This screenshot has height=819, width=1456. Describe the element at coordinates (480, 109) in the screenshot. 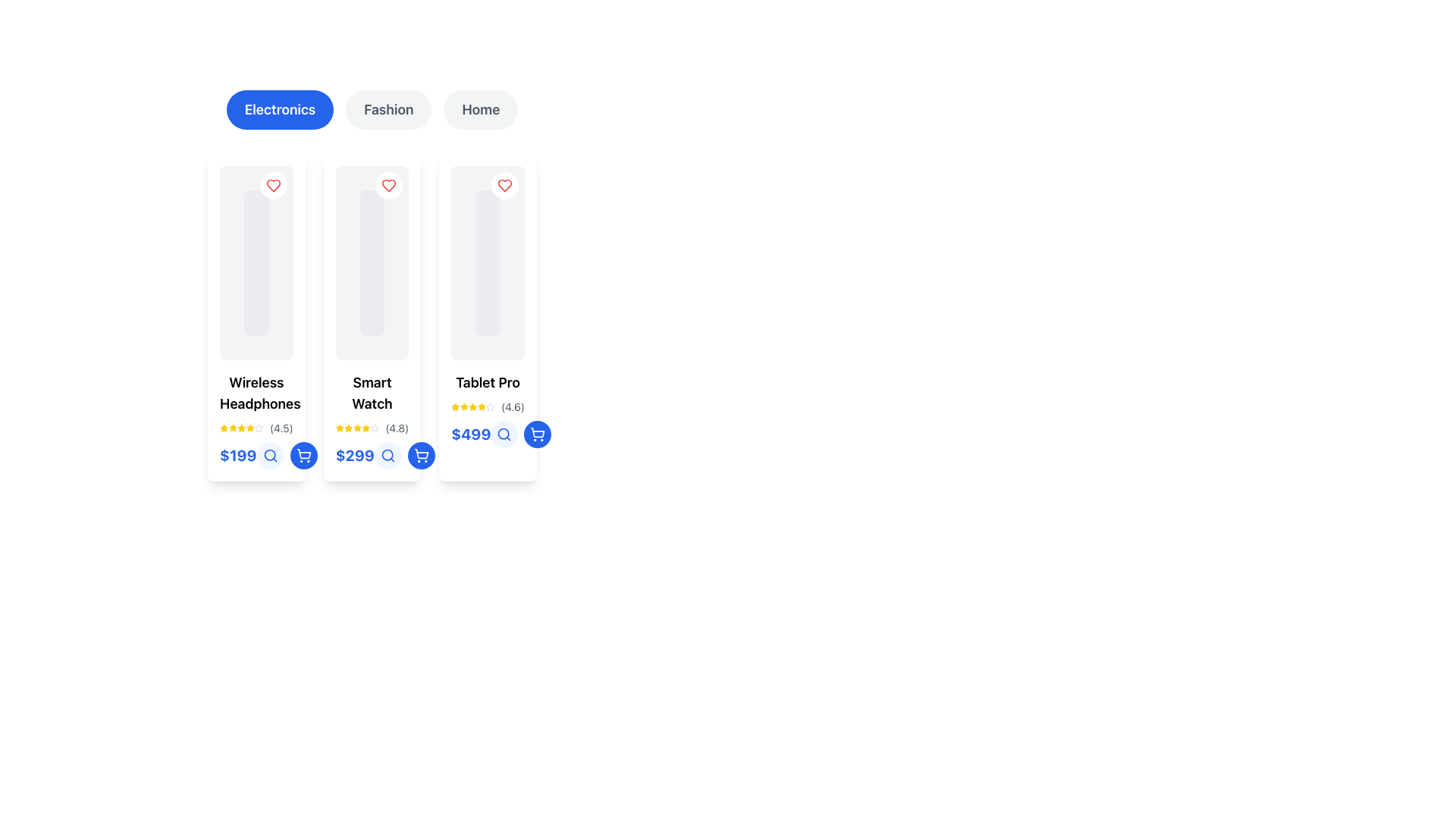

I see `the 'Home' navigation button, which is the third button from the left in a group of three buttons at the top of the interface` at that location.